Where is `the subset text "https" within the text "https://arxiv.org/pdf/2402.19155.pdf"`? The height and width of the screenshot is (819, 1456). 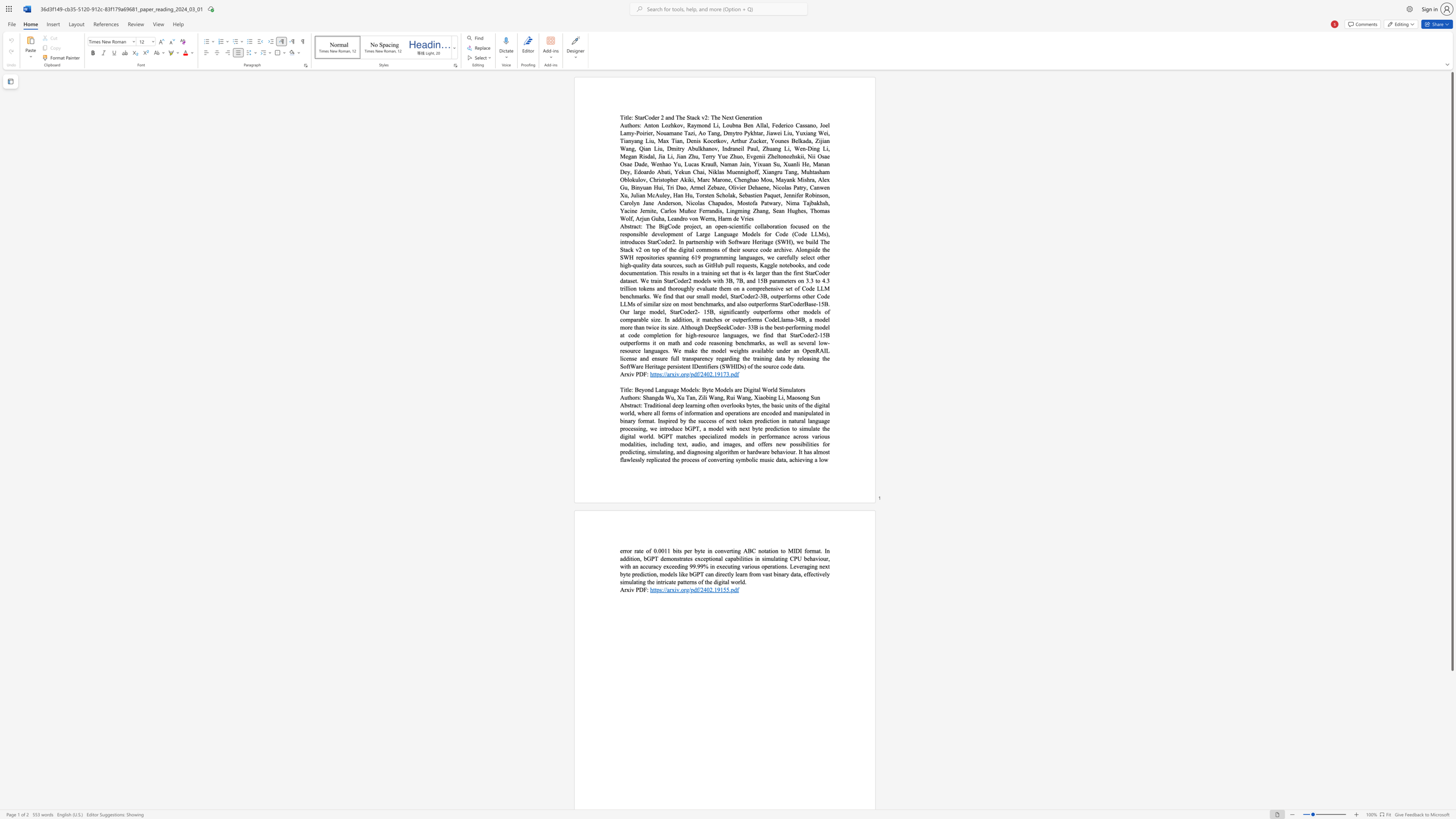
the subset text "https" within the text "https://arxiv.org/pdf/2402.19155.pdf" is located at coordinates (649, 589).